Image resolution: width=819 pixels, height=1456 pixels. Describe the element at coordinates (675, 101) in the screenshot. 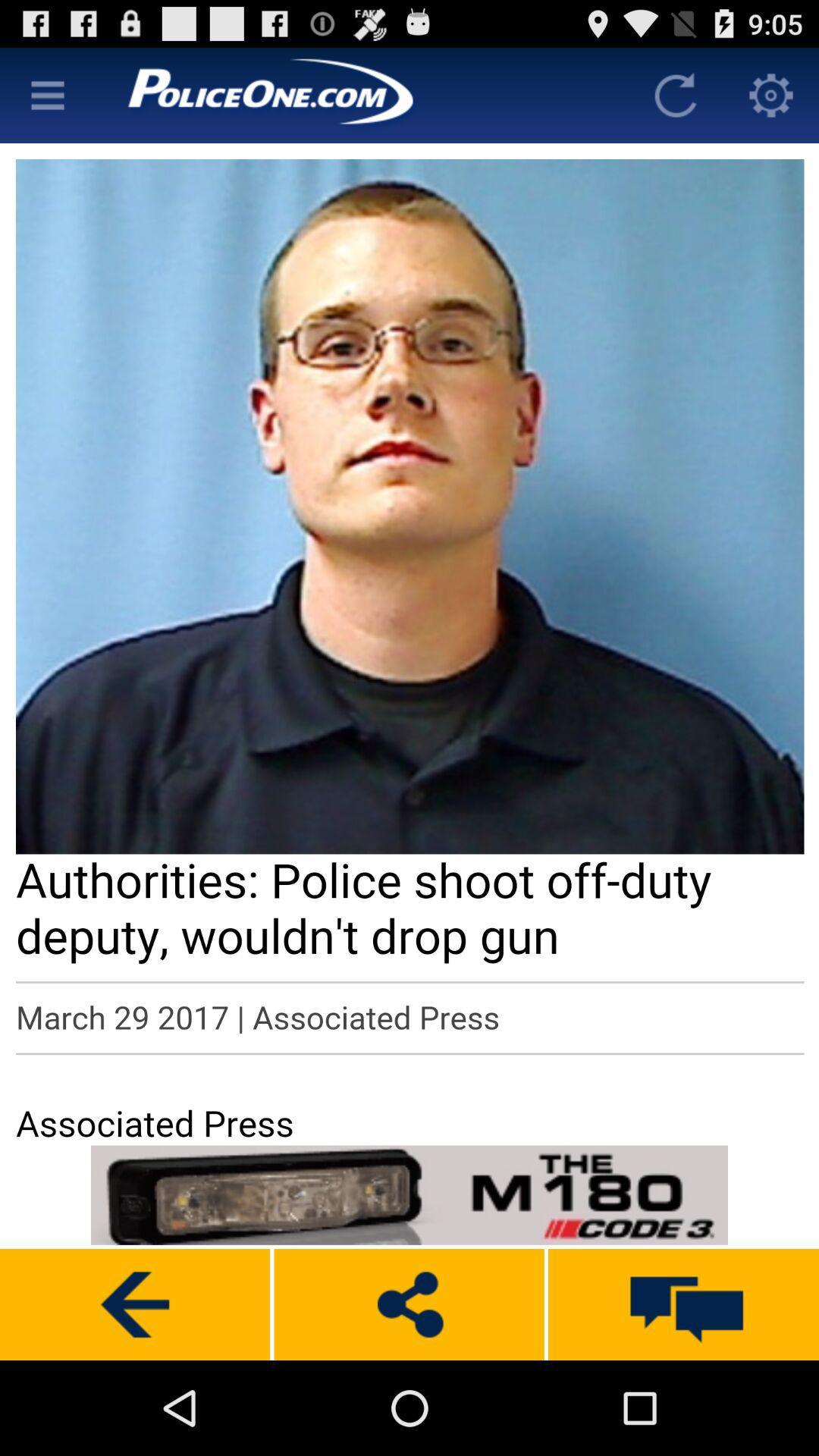

I see `the refresh icon` at that location.